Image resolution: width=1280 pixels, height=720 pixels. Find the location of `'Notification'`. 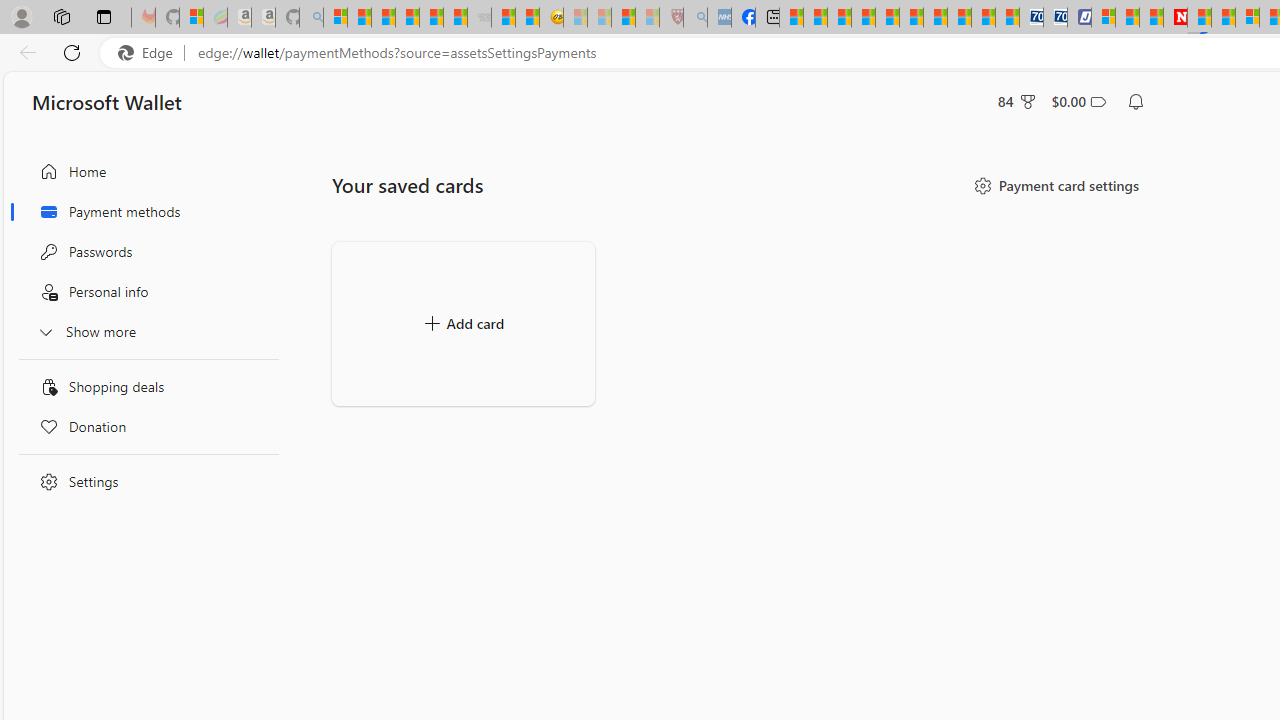

'Notification' is located at coordinates (1136, 101).